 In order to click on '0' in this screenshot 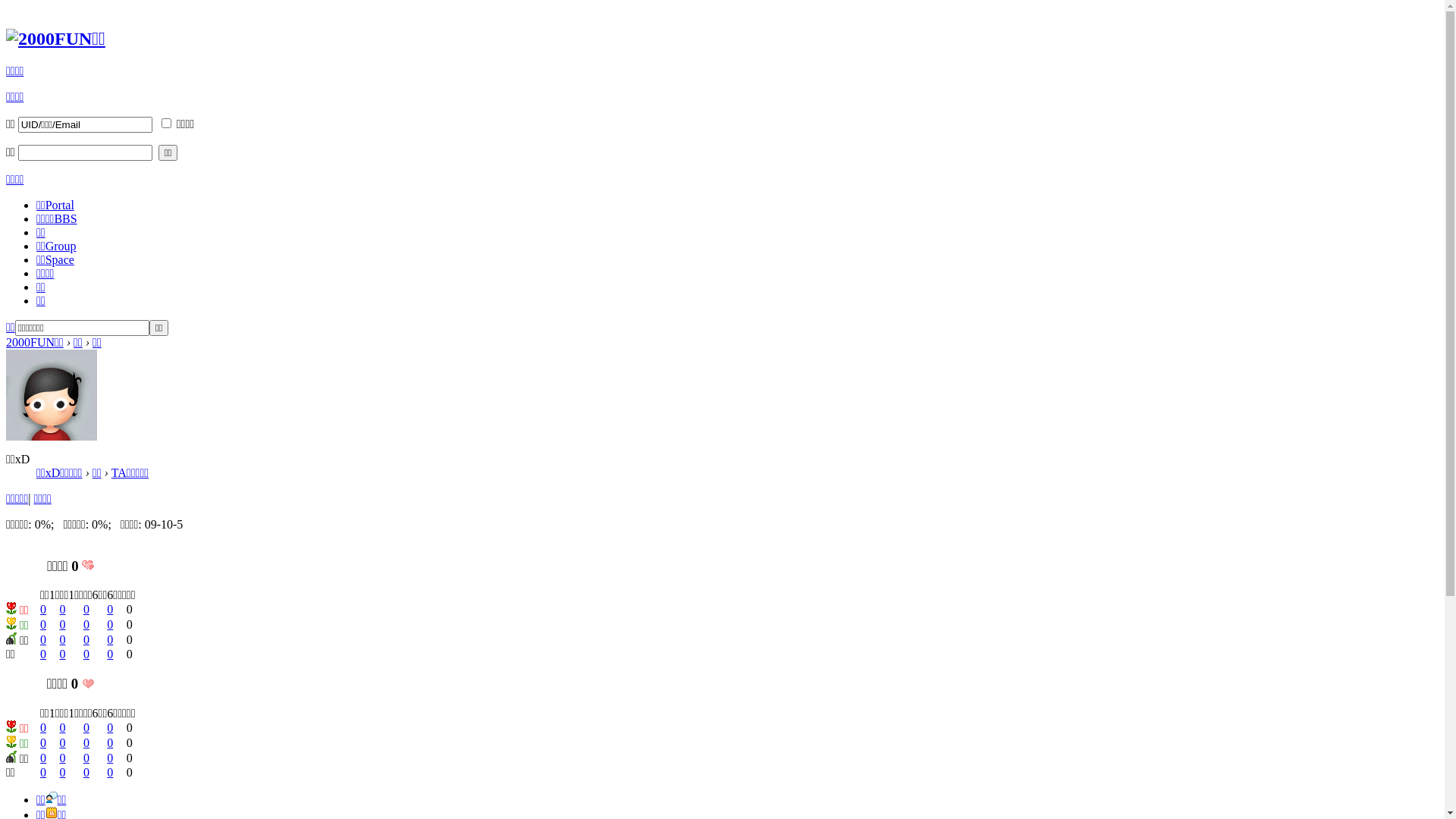, I will do `click(86, 608)`.